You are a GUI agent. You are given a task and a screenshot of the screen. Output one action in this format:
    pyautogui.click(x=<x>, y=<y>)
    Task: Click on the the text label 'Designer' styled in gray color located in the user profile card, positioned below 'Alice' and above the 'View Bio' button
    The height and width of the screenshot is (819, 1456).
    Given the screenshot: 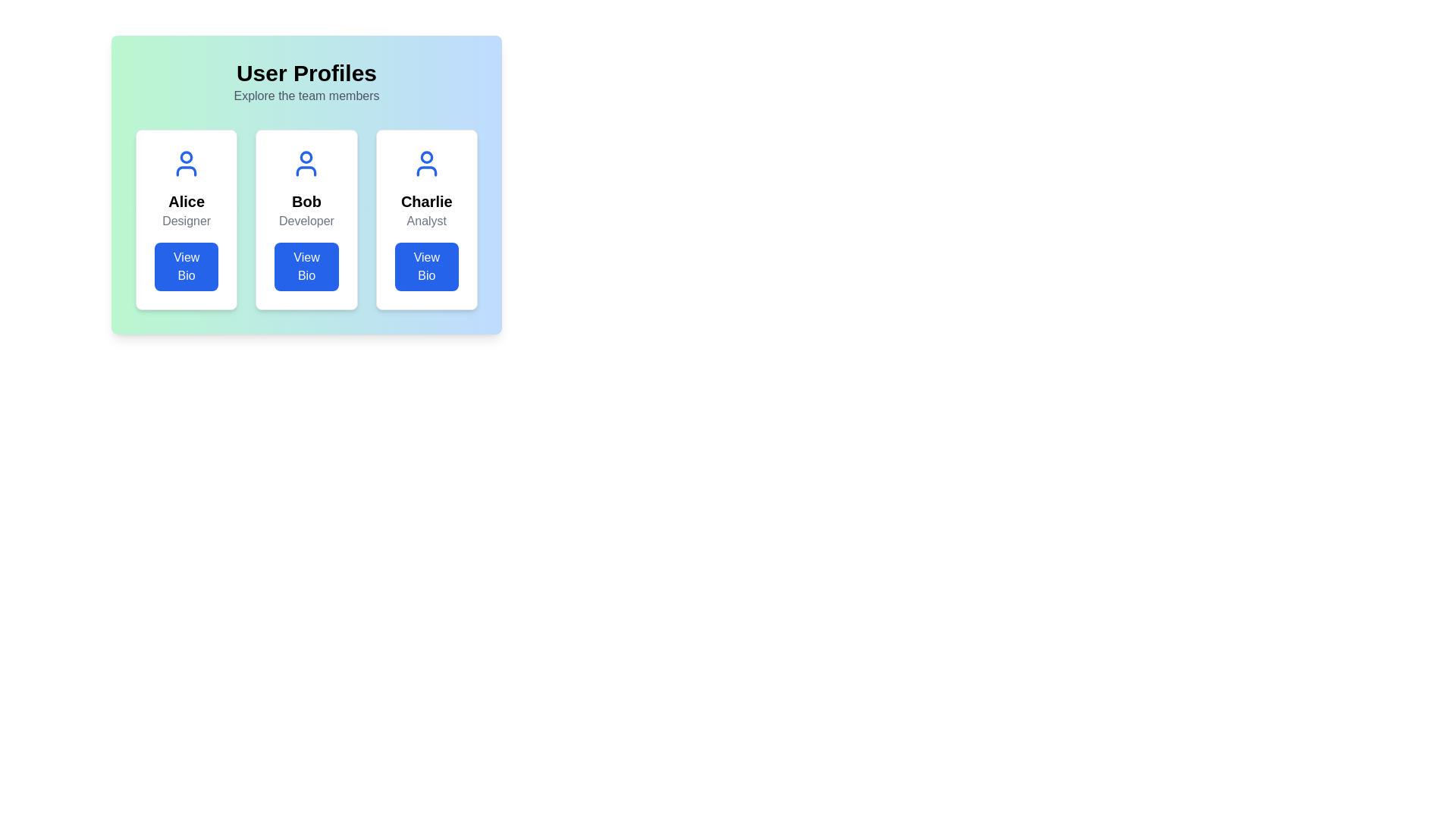 What is the action you would take?
    pyautogui.click(x=186, y=221)
    